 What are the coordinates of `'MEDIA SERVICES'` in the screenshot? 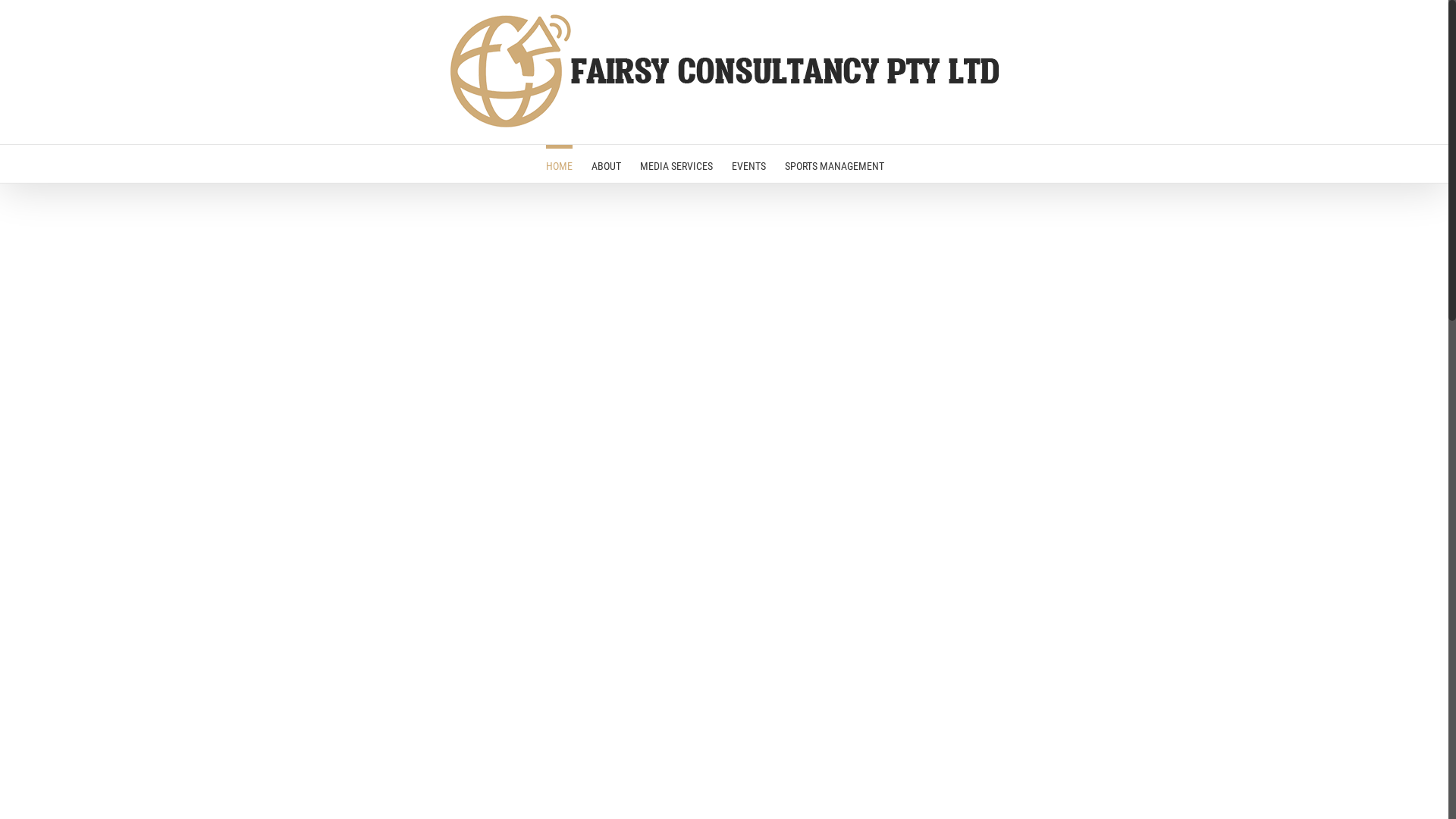 It's located at (676, 164).